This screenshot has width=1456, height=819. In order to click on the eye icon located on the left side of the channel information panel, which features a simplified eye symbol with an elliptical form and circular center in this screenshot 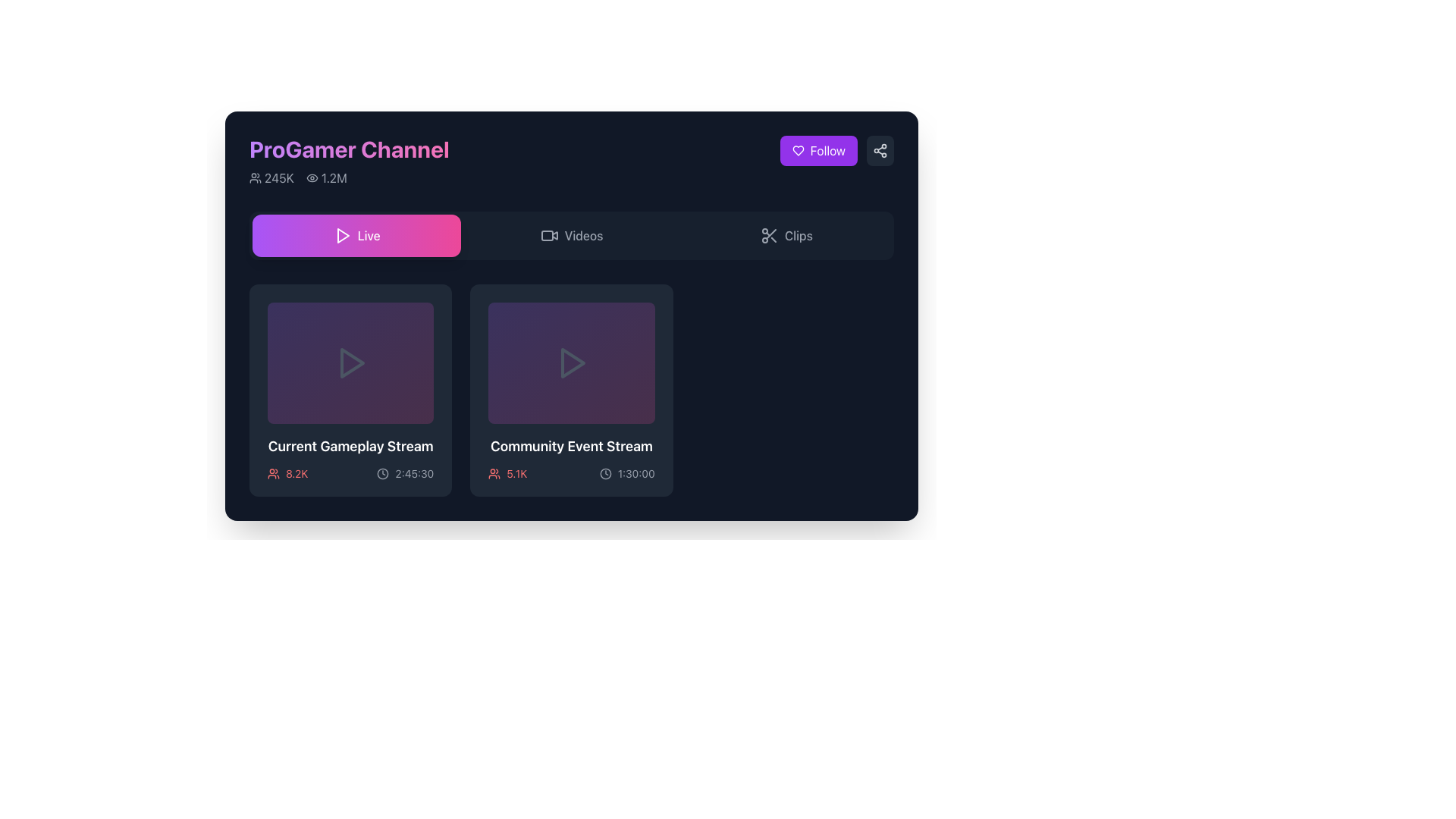, I will do `click(311, 177)`.